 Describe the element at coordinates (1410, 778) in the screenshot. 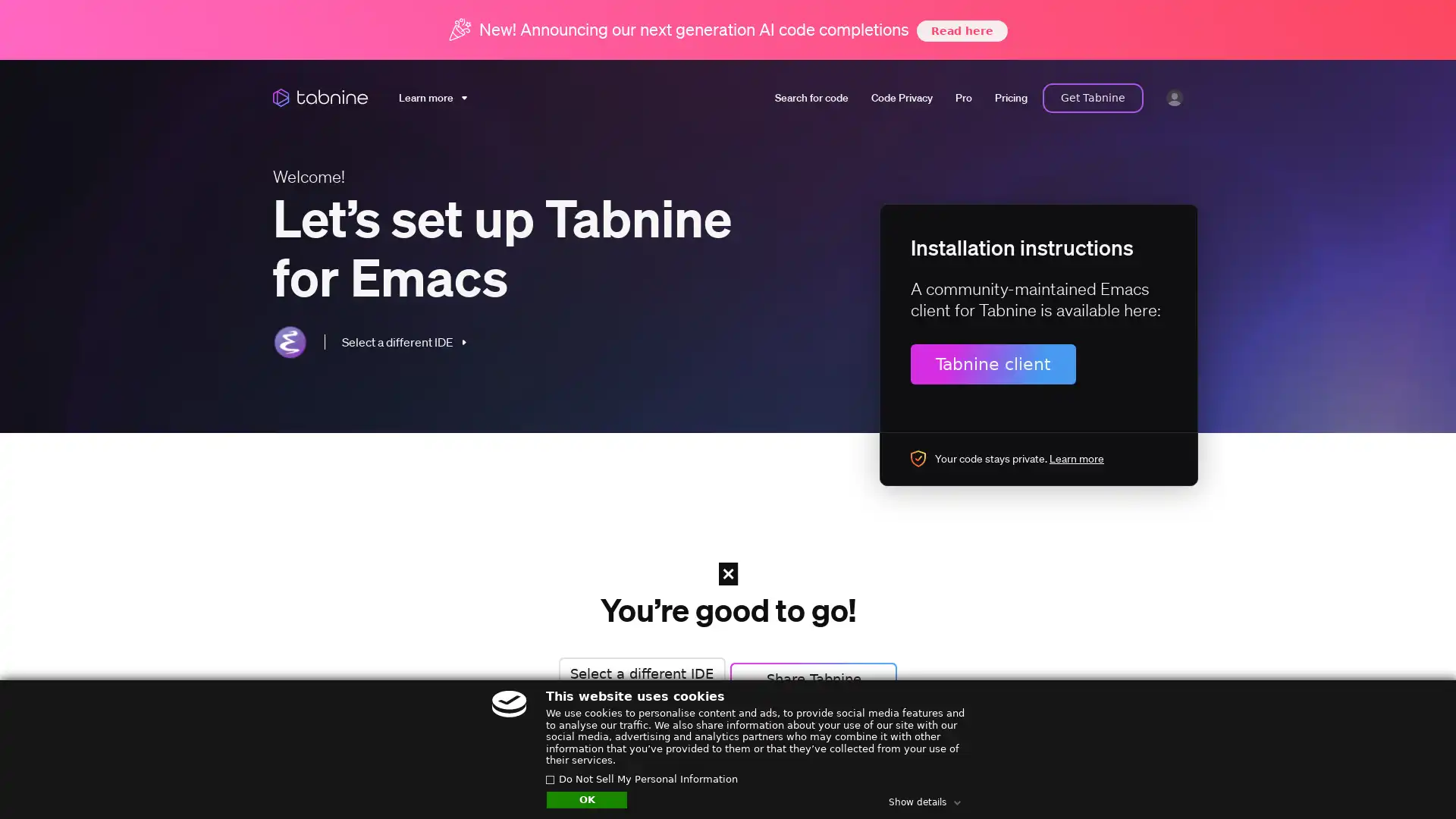

I see `Open` at that location.